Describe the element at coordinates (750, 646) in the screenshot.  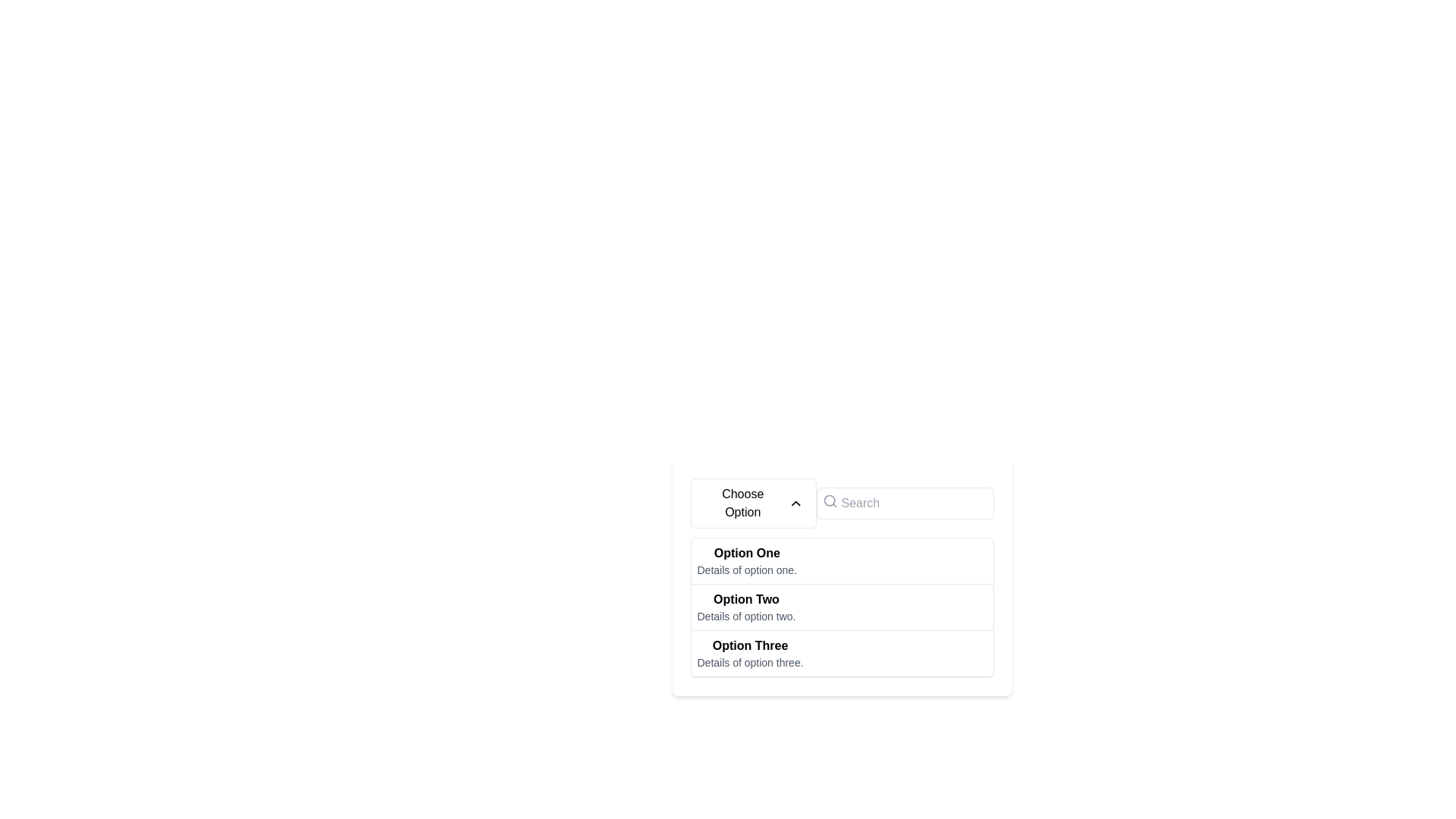
I see `the bold text label reading 'Option Three'` at that location.